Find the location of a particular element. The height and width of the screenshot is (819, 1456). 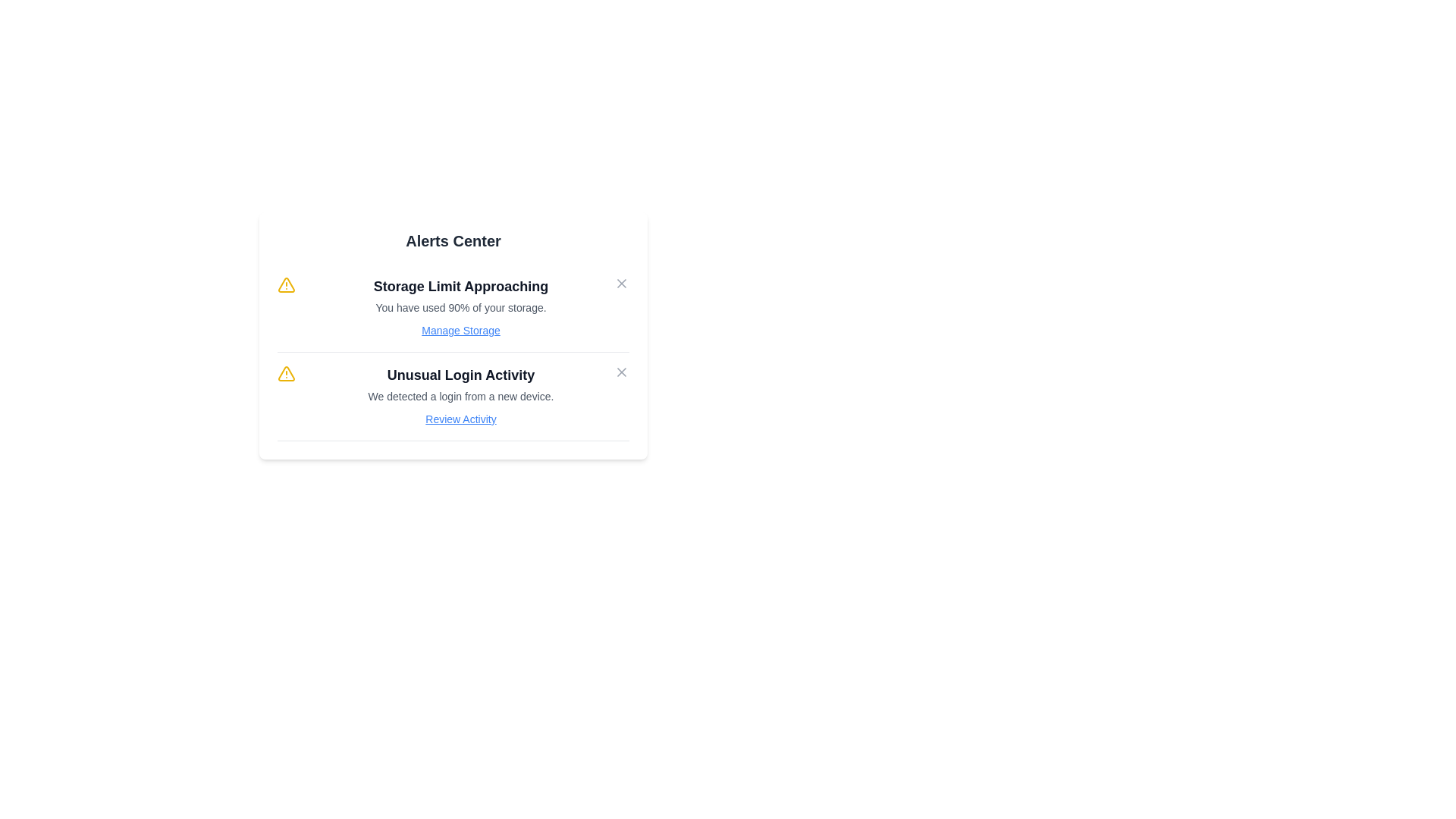

the icon corresponding to warning for the alert titled Storage Limit Approaching is located at coordinates (287, 284).